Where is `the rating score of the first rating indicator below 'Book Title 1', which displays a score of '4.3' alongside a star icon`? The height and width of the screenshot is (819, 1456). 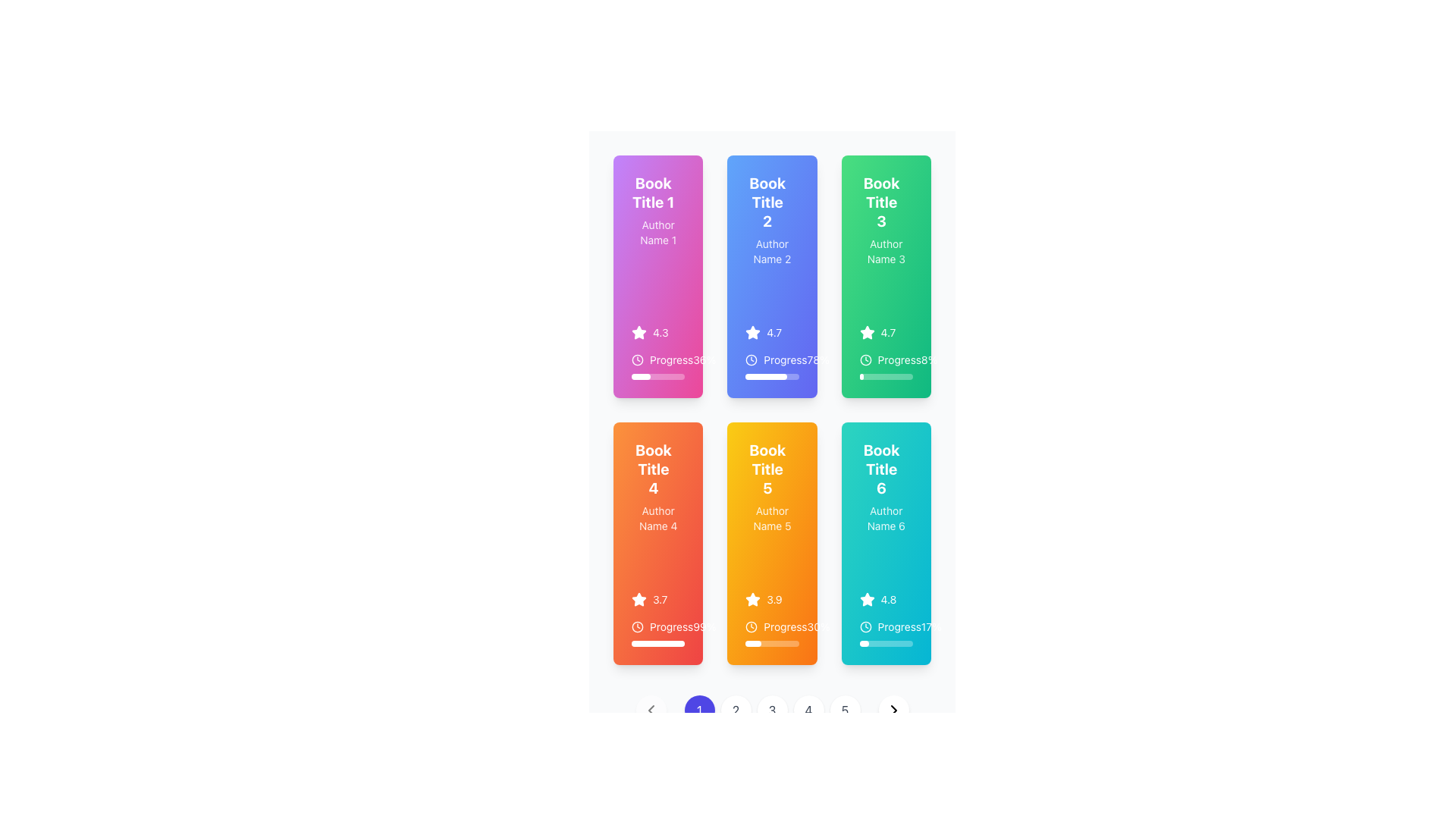
the rating score of the first rating indicator below 'Book Title 1', which displays a score of '4.3' alongside a star icon is located at coordinates (658, 332).